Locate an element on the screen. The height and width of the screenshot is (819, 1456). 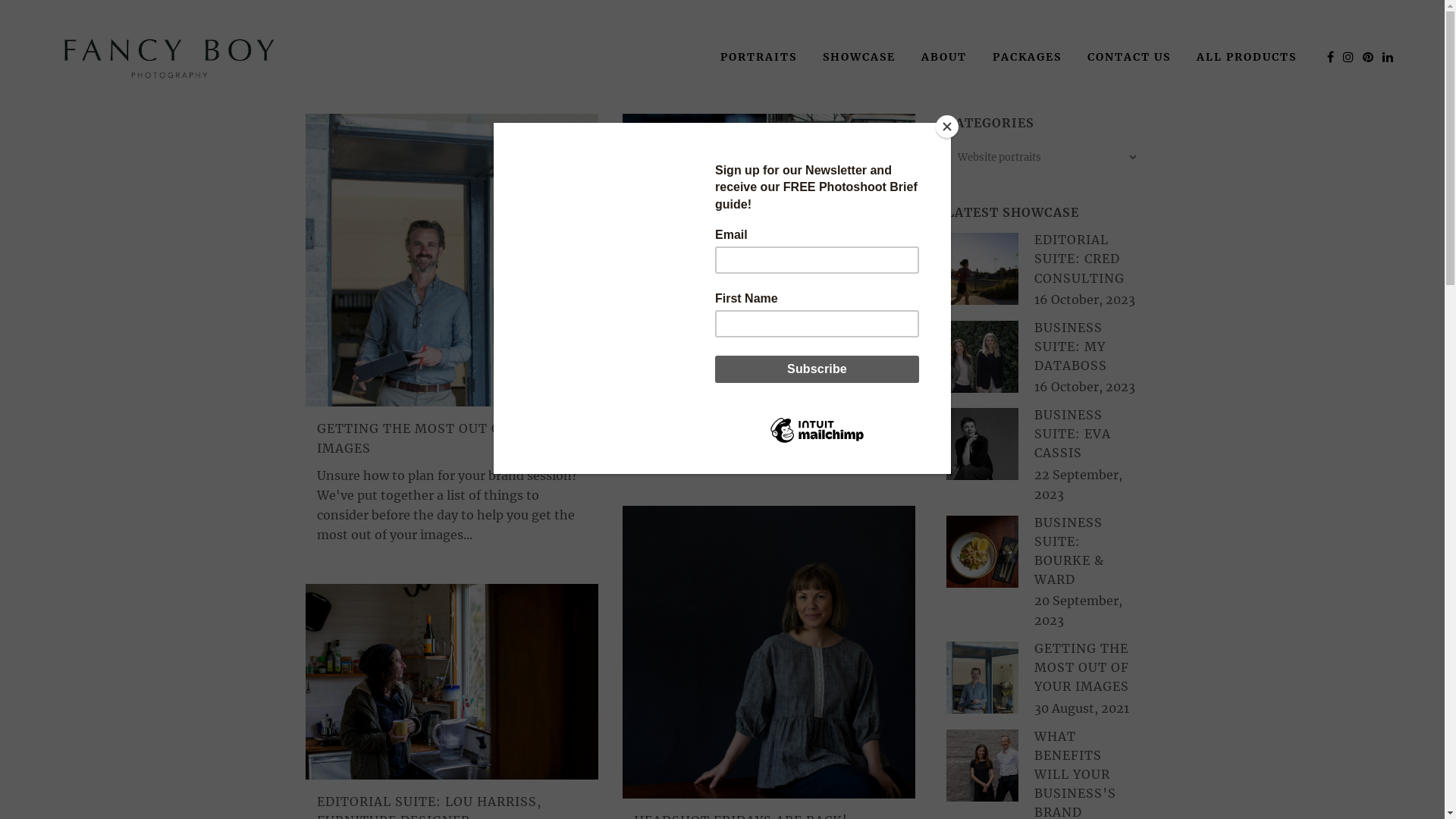
'ABOUT' is located at coordinates (908, 55).